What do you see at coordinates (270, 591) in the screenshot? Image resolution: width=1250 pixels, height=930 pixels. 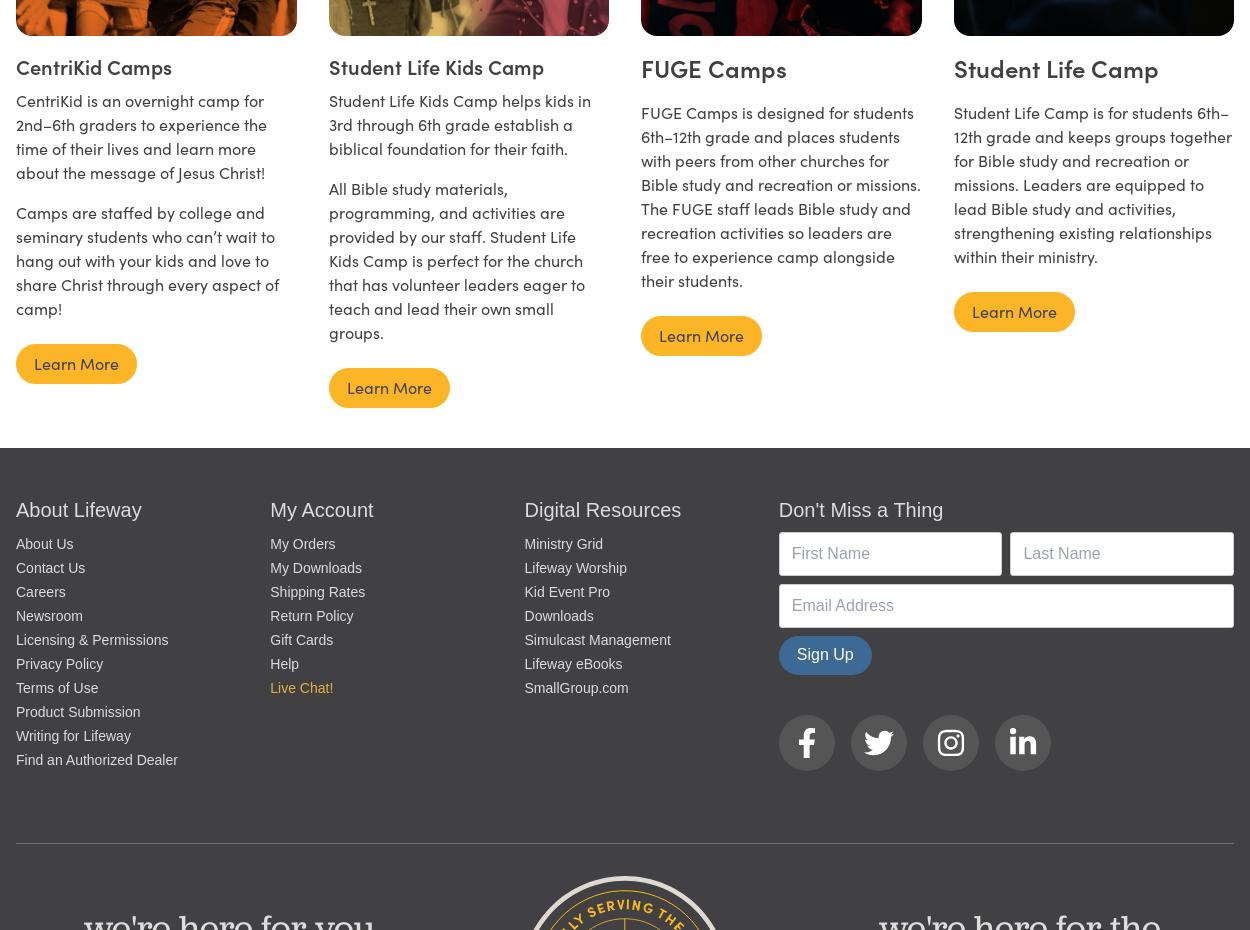 I see `'Shipping Rates'` at bounding box center [270, 591].